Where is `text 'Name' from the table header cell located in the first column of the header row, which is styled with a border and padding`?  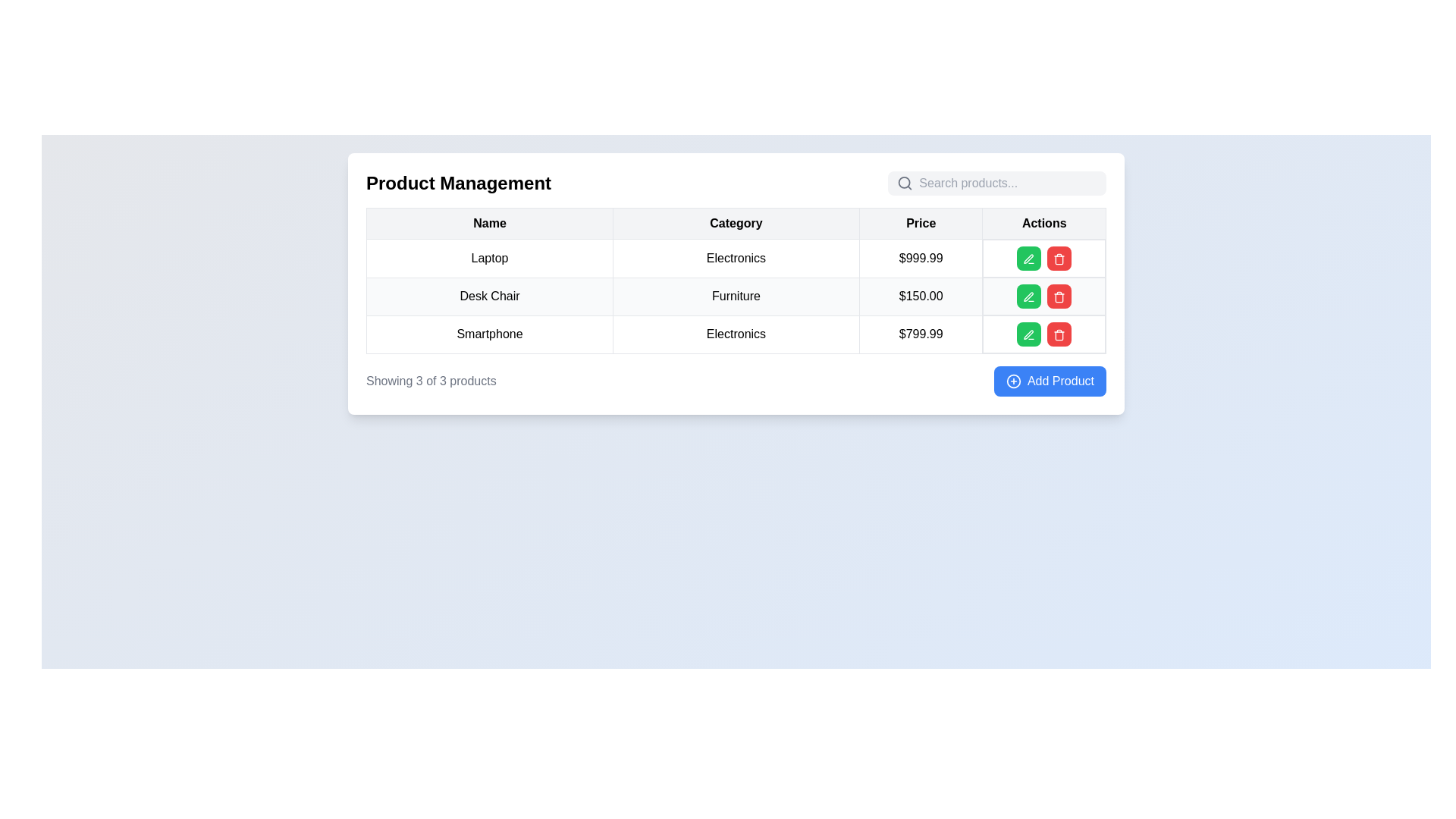 text 'Name' from the table header cell located in the first column of the header row, which is styled with a border and padding is located at coordinates (490, 223).